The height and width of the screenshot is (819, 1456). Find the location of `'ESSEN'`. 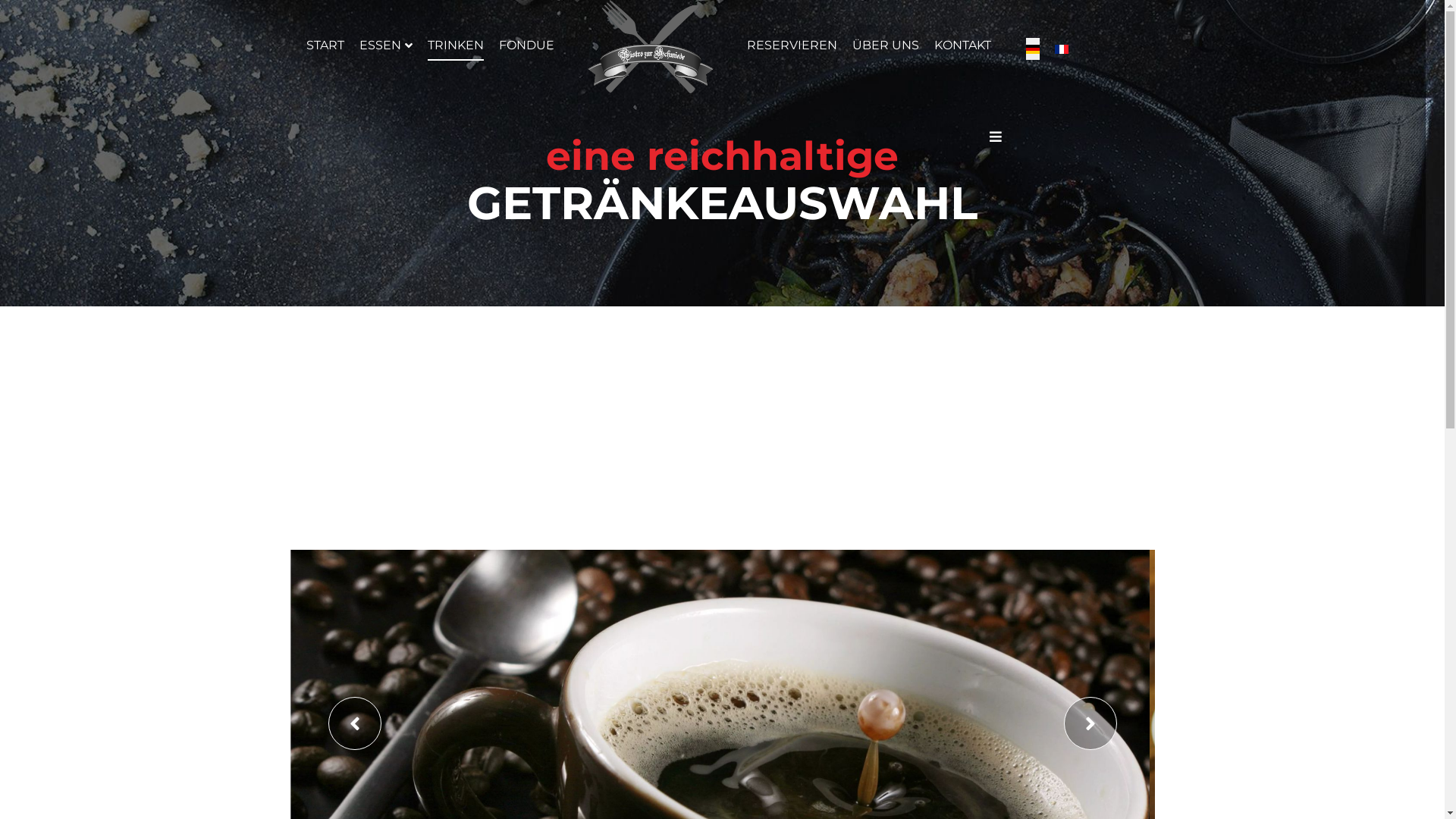

'ESSEN' is located at coordinates (359, 45).